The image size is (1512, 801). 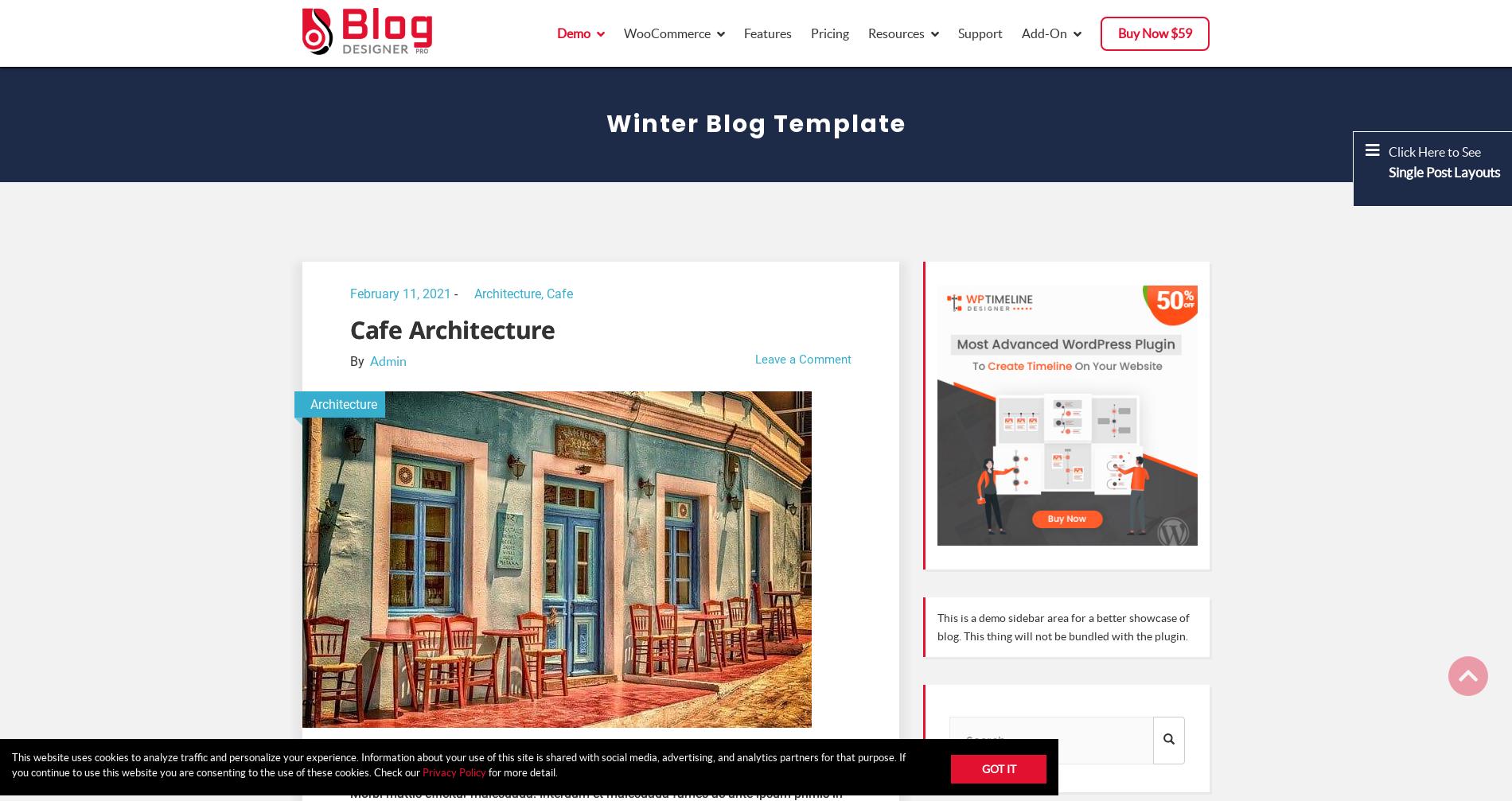 What do you see at coordinates (458, 764) in the screenshot?
I see `'This website uses cookies to analyze traffic and personalize your experience. Information about your use of this site is shared with social media, advertising, and analytics partners for that purpose. If you continue to use this website you are consenting to the use of these cookies. Check our'` at bounding box center [458, 764].